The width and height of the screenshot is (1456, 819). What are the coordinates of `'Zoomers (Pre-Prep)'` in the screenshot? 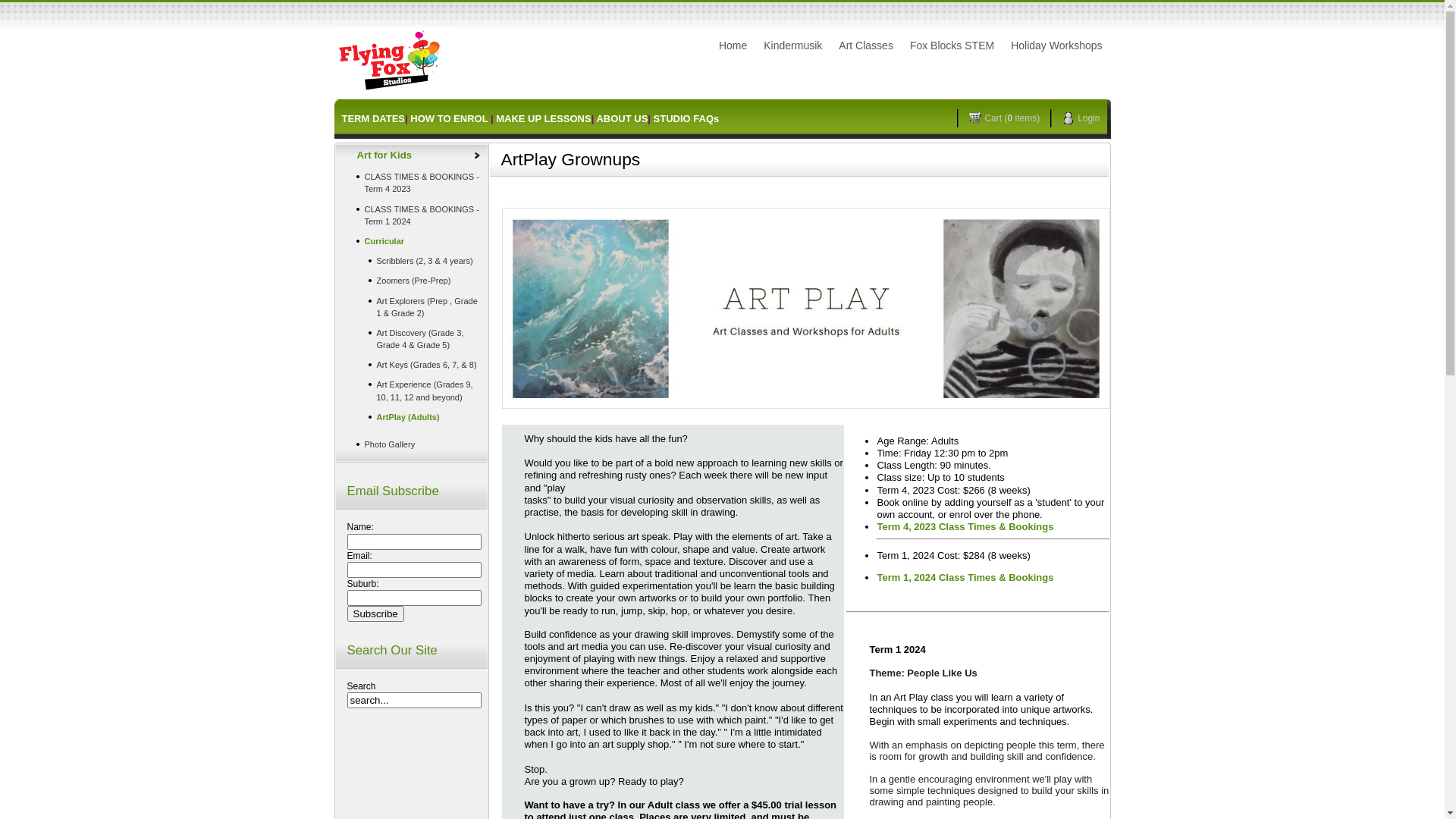 It's located at (338, 281).